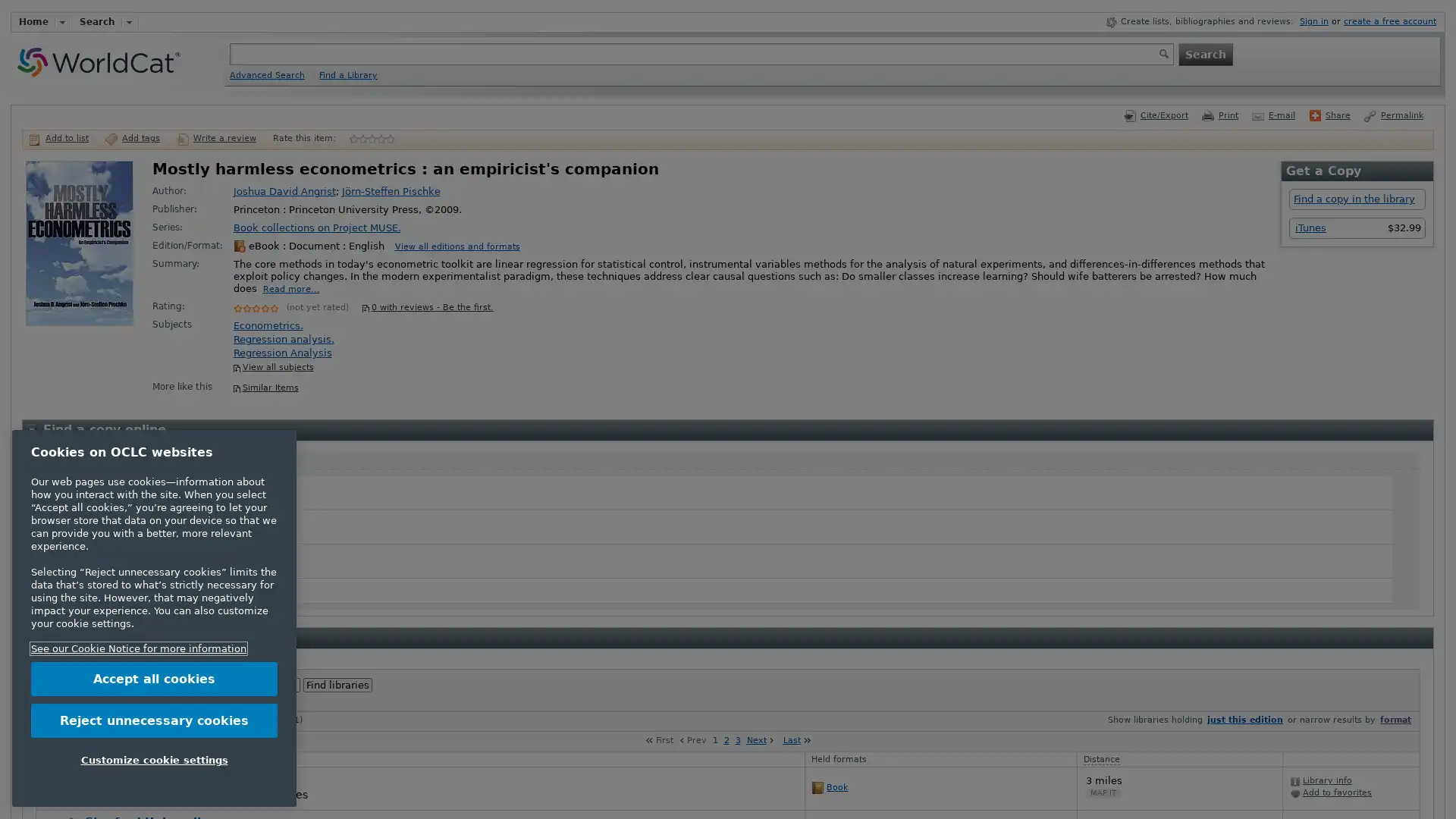  Describe the element at coordinates (154, 760) in the screenshot. I see `Customize cookie settings` at that location.